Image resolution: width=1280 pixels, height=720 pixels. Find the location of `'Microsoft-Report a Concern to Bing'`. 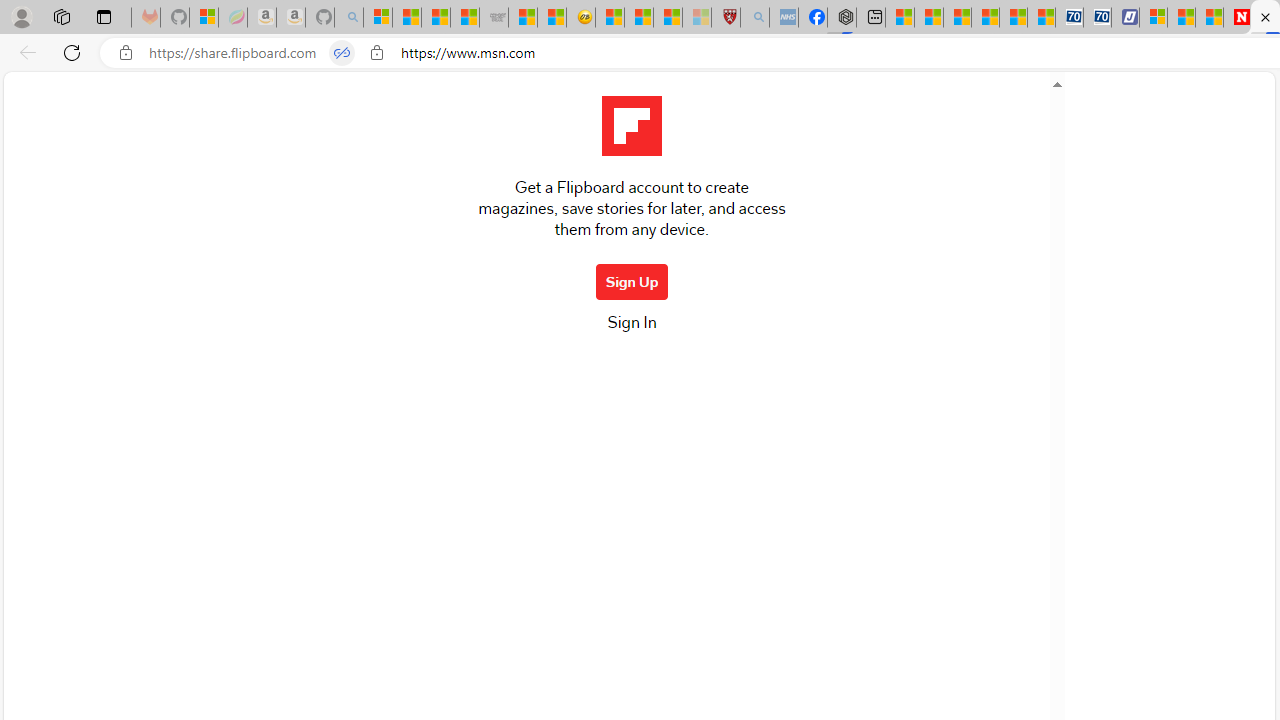

'Microsoft-Report a Concern to Bing' is located at coordinates (203, 17).